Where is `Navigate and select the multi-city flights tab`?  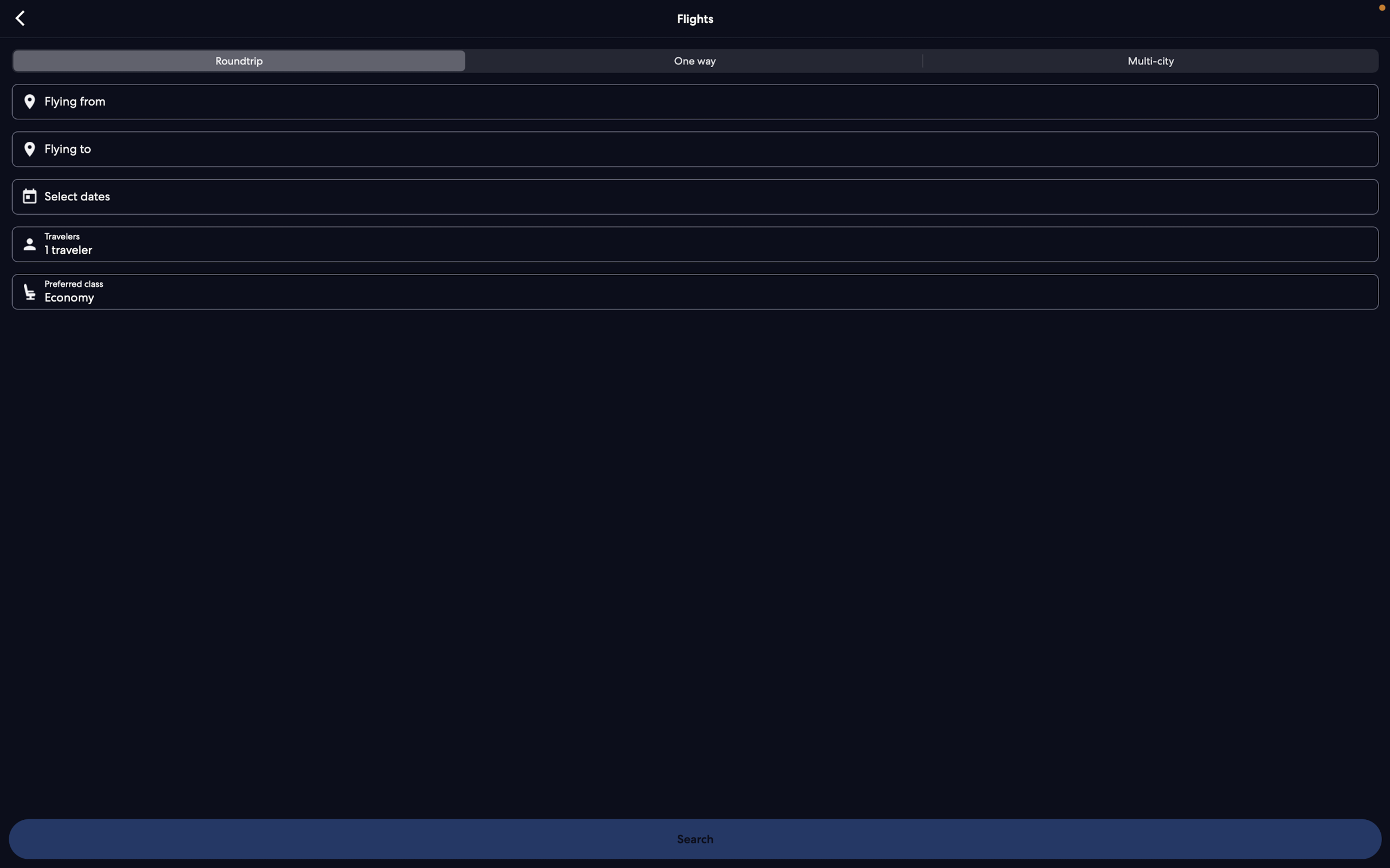 Navigate and select the multi-city flights tab is located at coordinates (1147, 63).